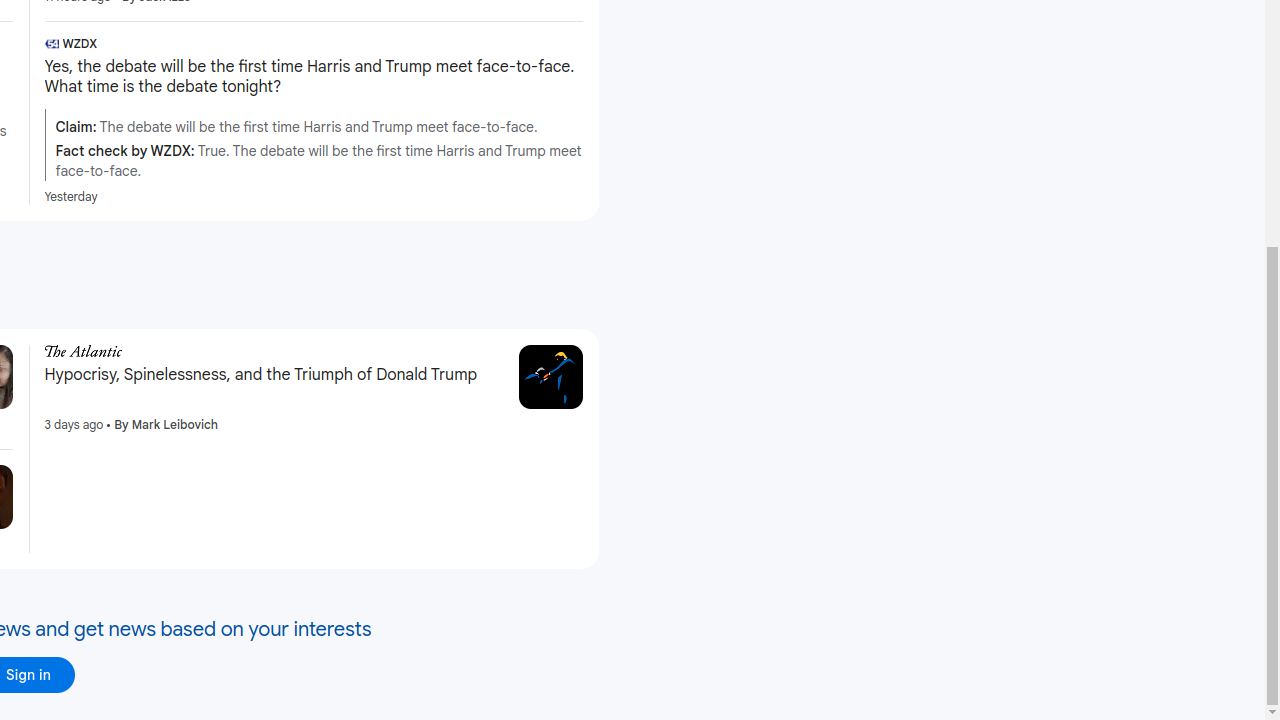  Describe the element at coordinates (496, 353) in the screenshot. I see `'More - Hypocrisy, Spinelessness, and the Triumph of Donald Trump'` at that location.